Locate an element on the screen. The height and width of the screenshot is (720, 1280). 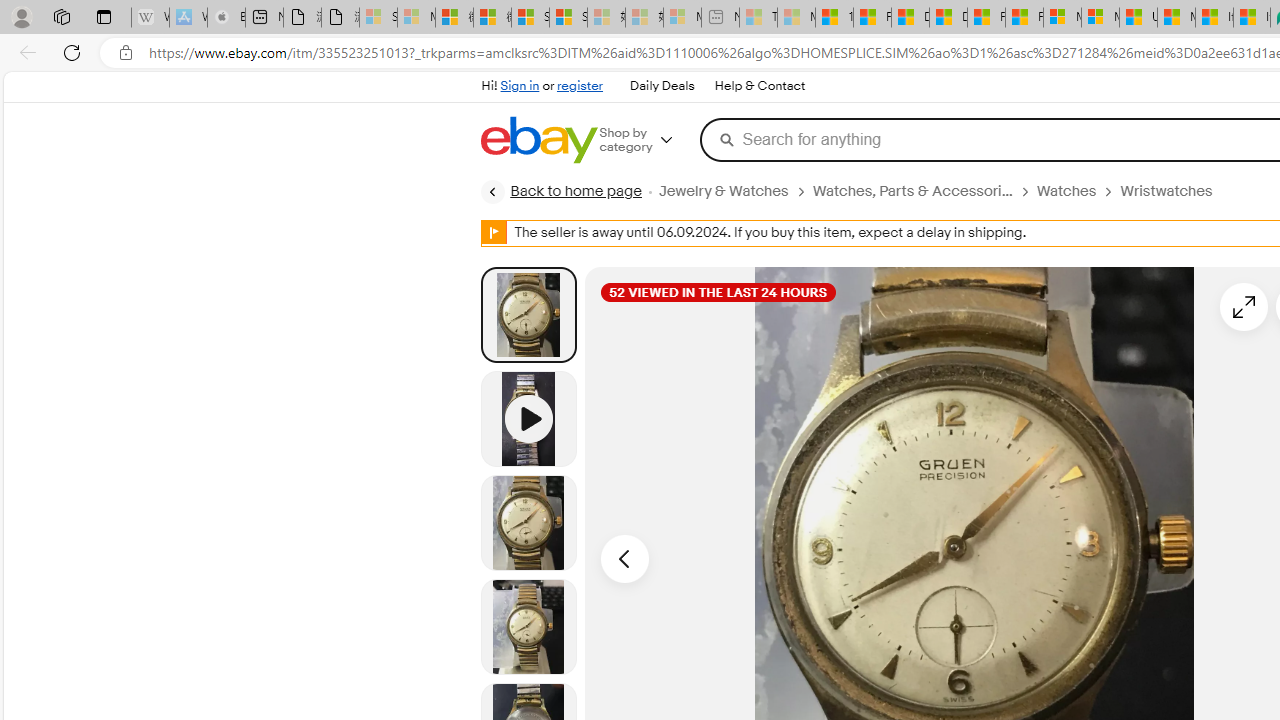
'Foo BAR | Trusted Community Engagement and Contributions' is located at coordinates (1024, 17).